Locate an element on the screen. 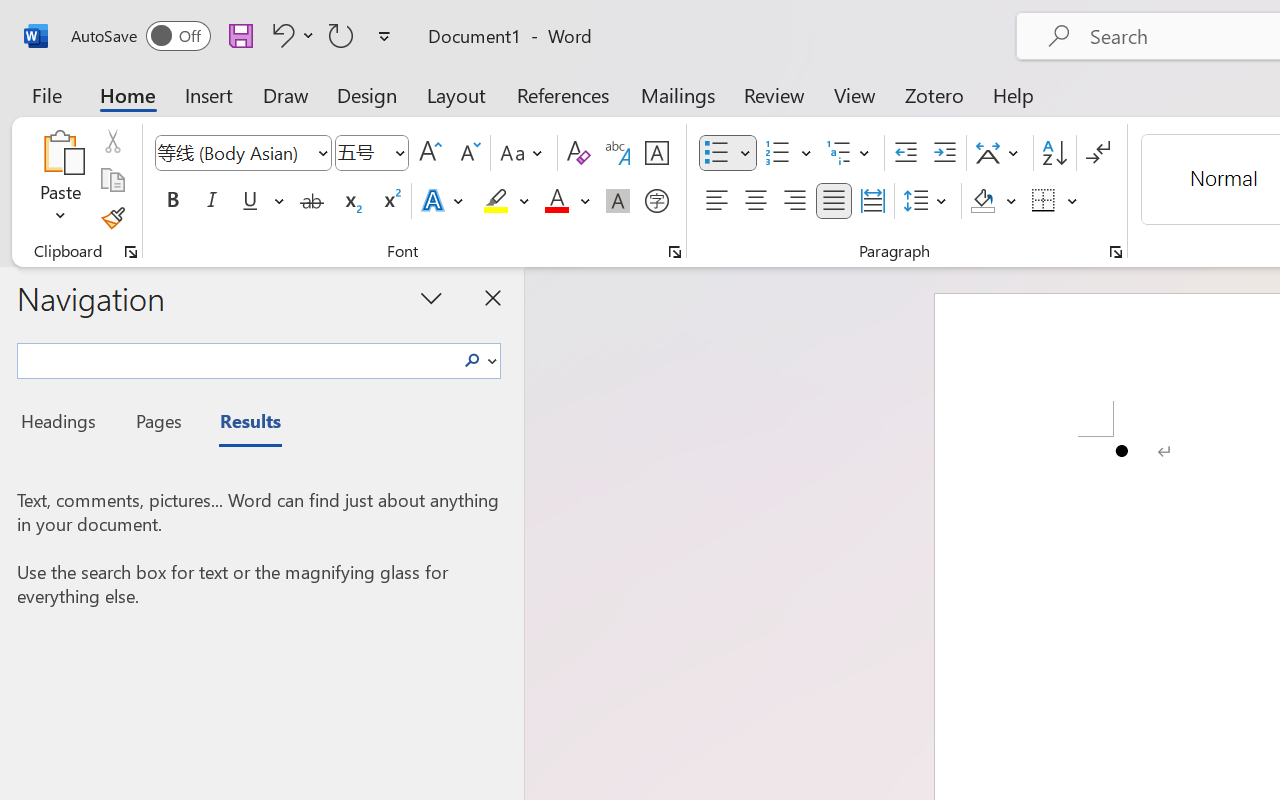  'Pages' is located at coordinates (155, 424).